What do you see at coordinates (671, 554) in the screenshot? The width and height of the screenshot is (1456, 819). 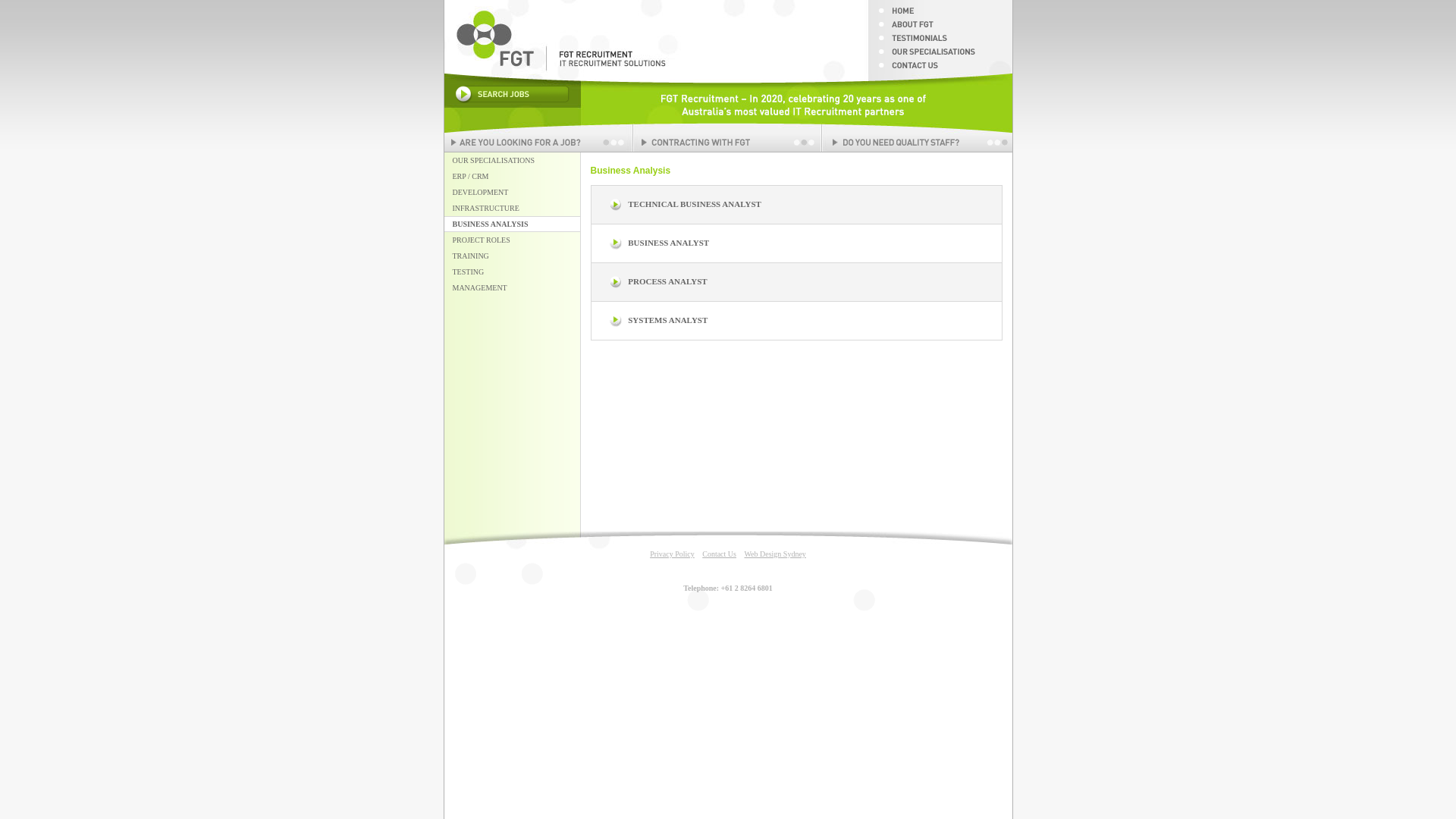 I see `'Privacy Policy'` at bounding box center [671, 554].